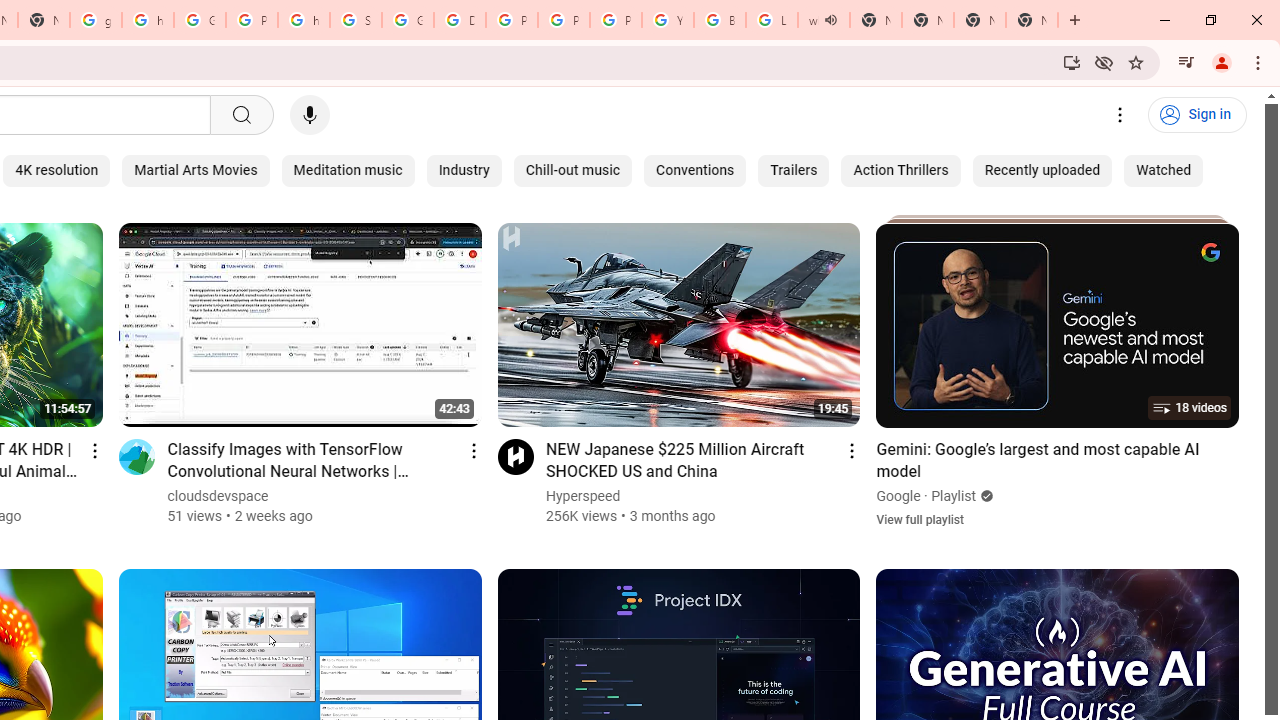 The image size is (1280, 720). What do you see at coordinates (695, 170) in the screenshot?
I see `'Conventions'` at bounding box center [695, 170].